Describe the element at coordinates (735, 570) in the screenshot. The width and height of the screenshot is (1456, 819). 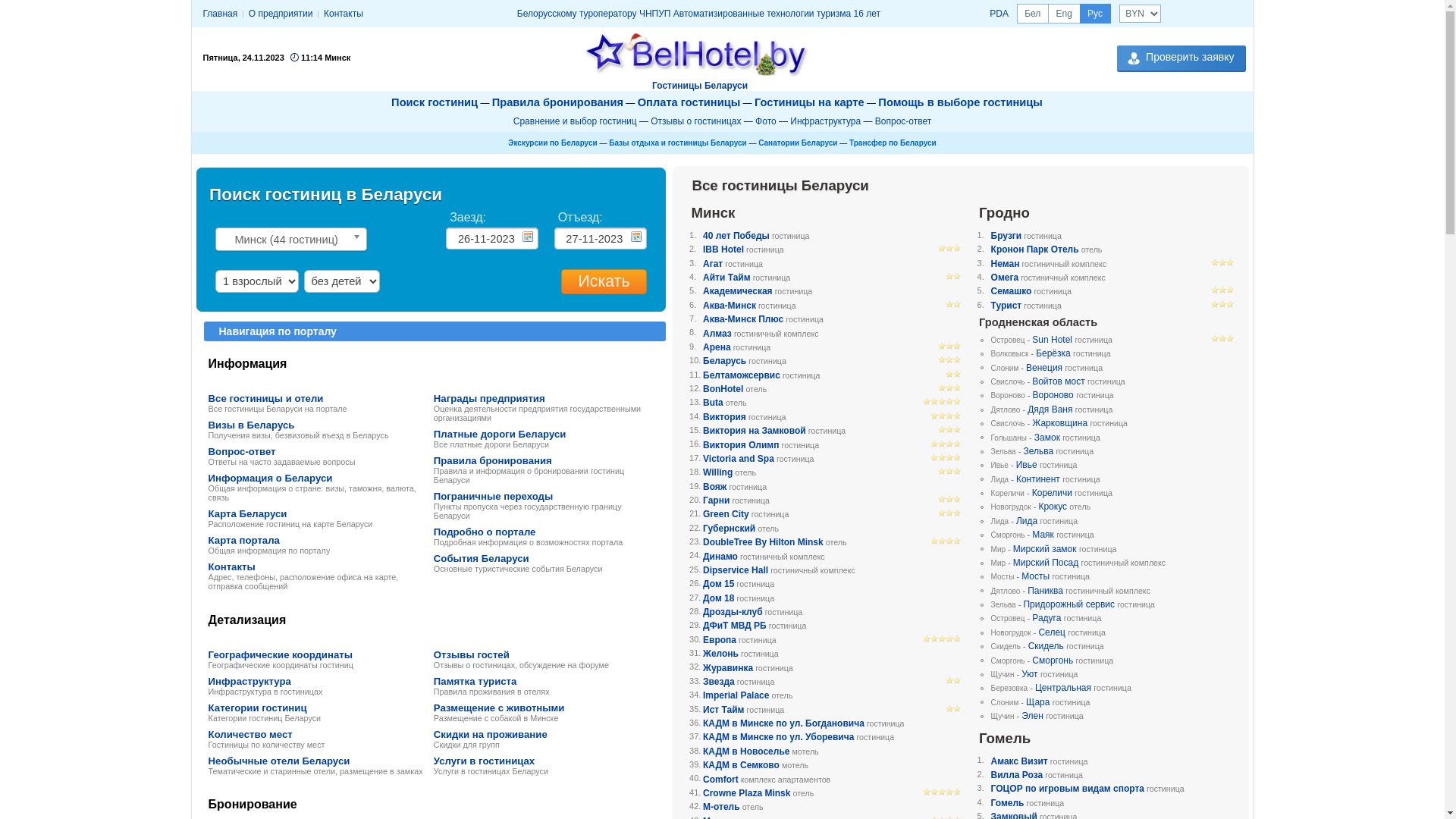
I see `'Dipservice Hall'` at that location.